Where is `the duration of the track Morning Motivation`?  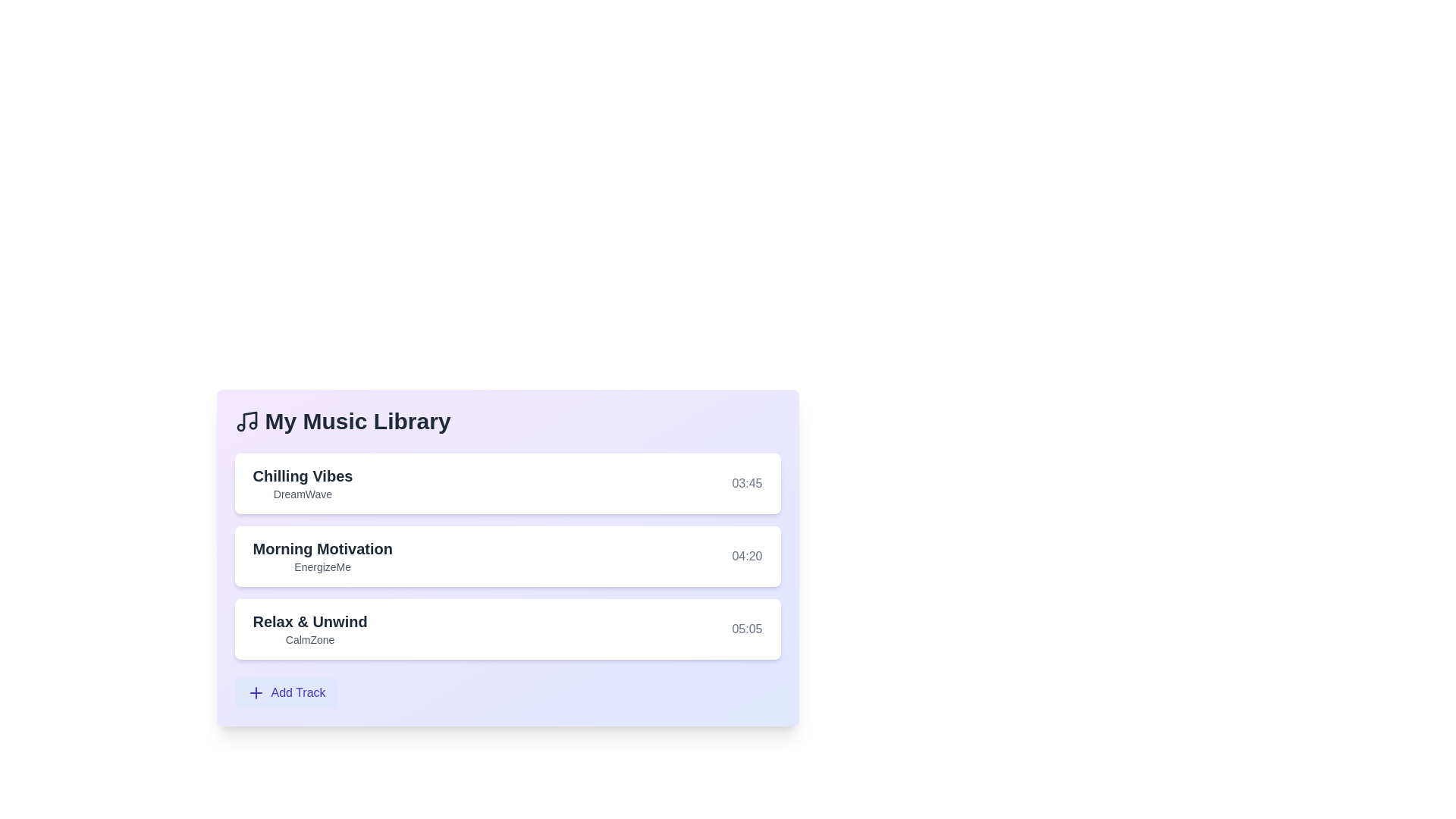
the duration of the track Morning Motivation is located at coordinates (746, 556).